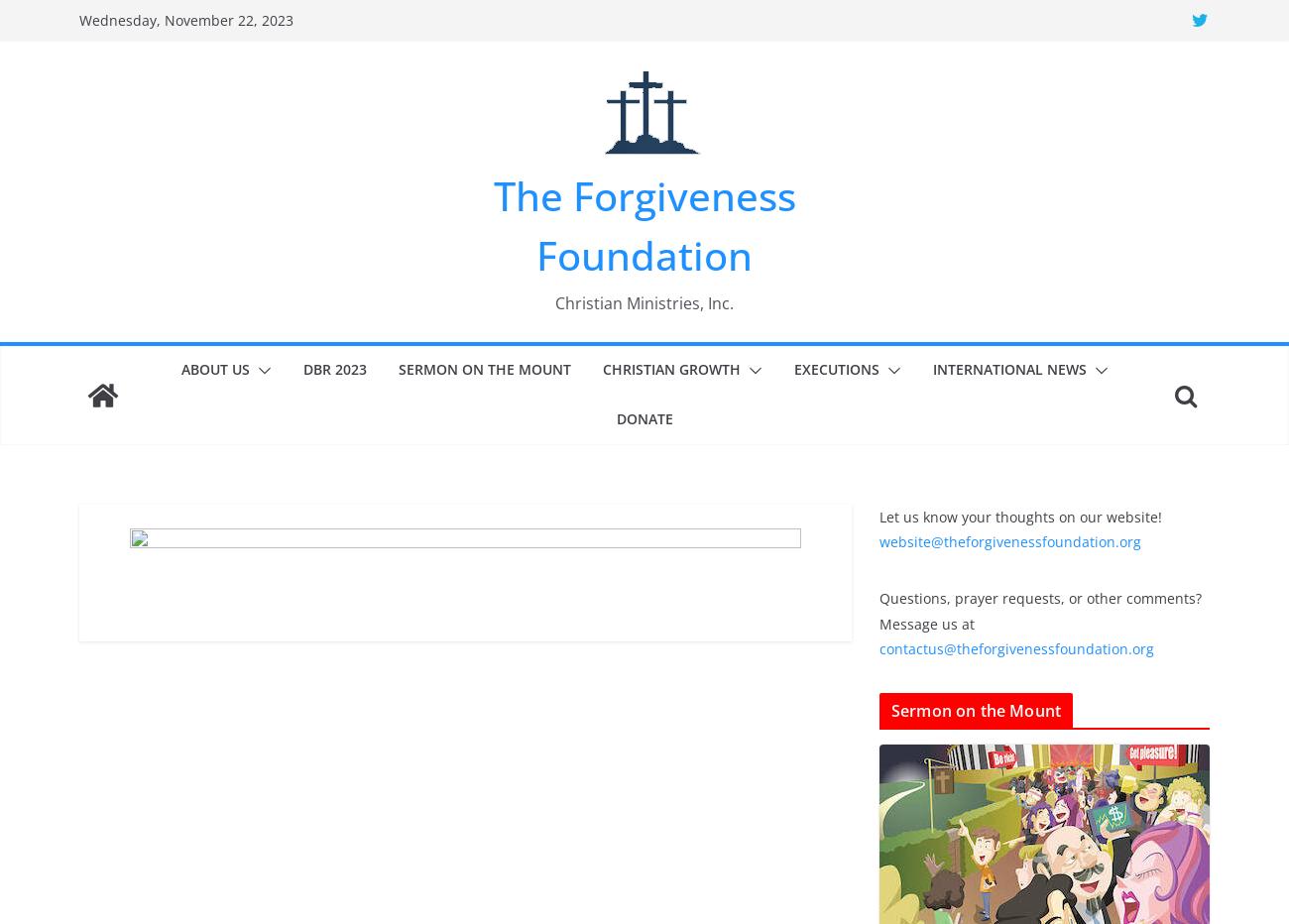  What do you see at coordinates (644, 225) in the screenshot?
I see `'The Forgiveness Foundation'` at bounding box center [644, 225].